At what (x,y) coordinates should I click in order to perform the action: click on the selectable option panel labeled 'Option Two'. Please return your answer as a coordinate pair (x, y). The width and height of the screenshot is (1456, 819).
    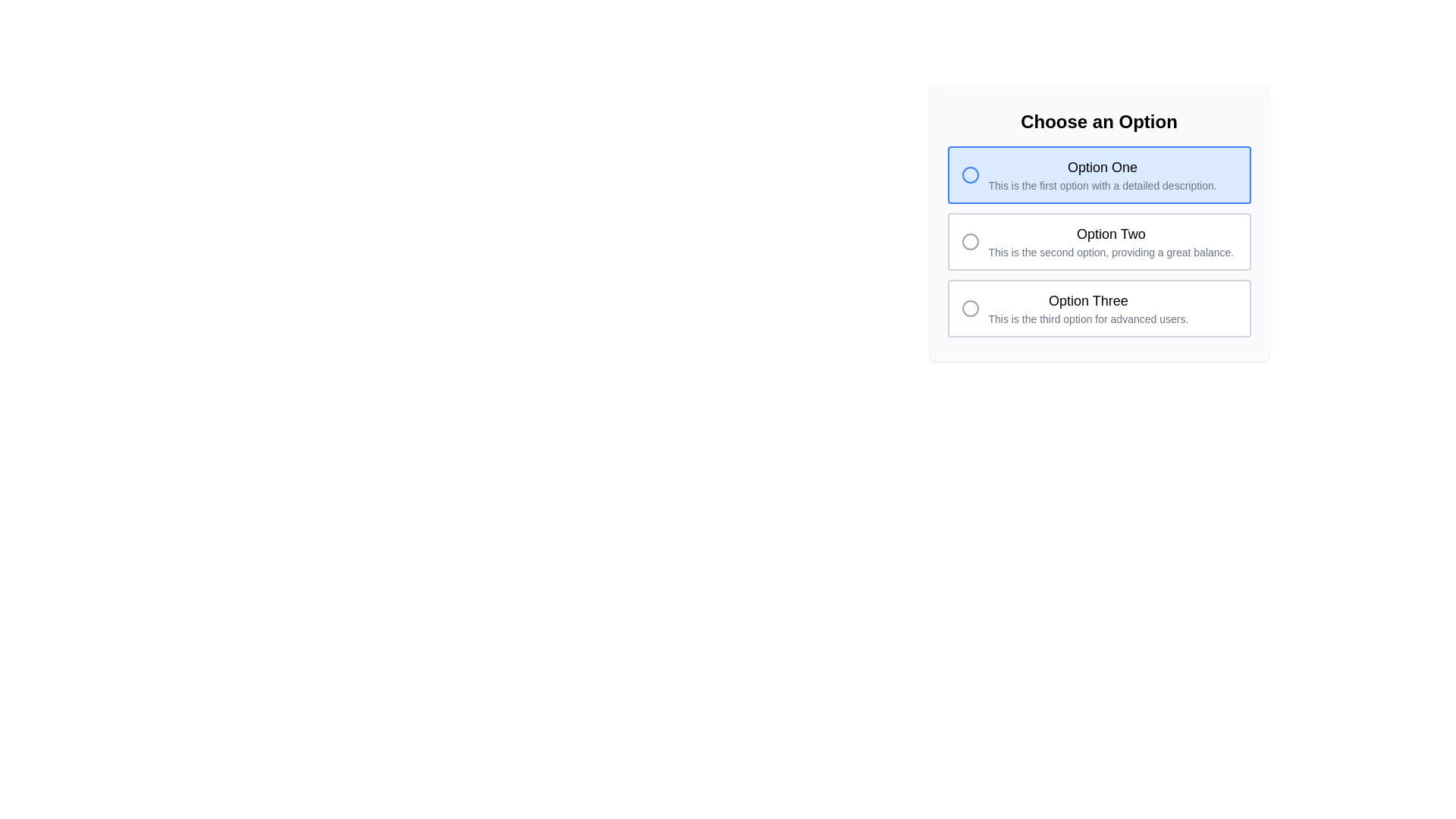
    Looking at the image, I should click on (1099, 223).